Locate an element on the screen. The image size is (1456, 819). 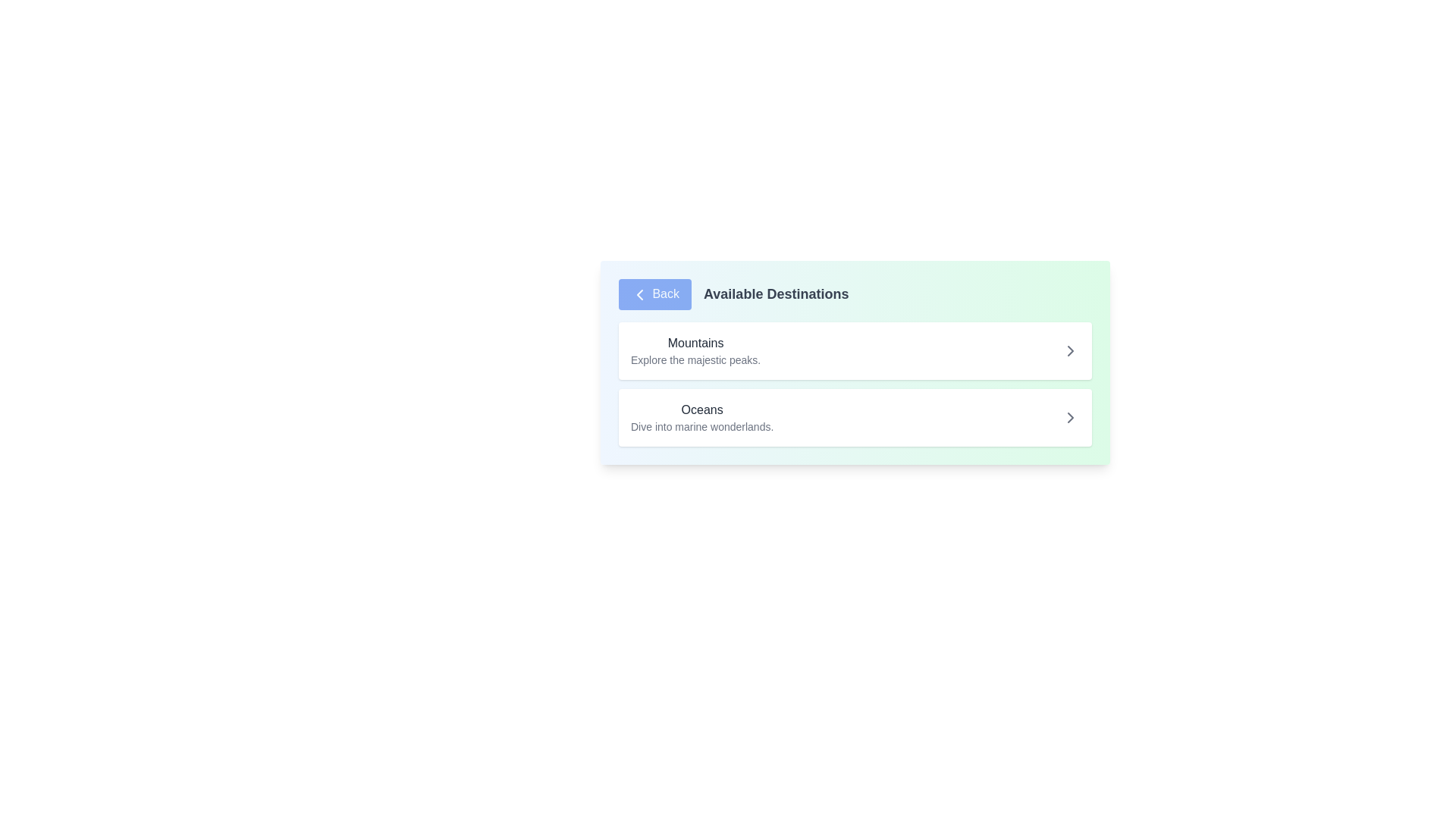
the Text label that serves as a title or heading for a section, which categorizes or identifies the content that follows is located at coordinates (695, 343).